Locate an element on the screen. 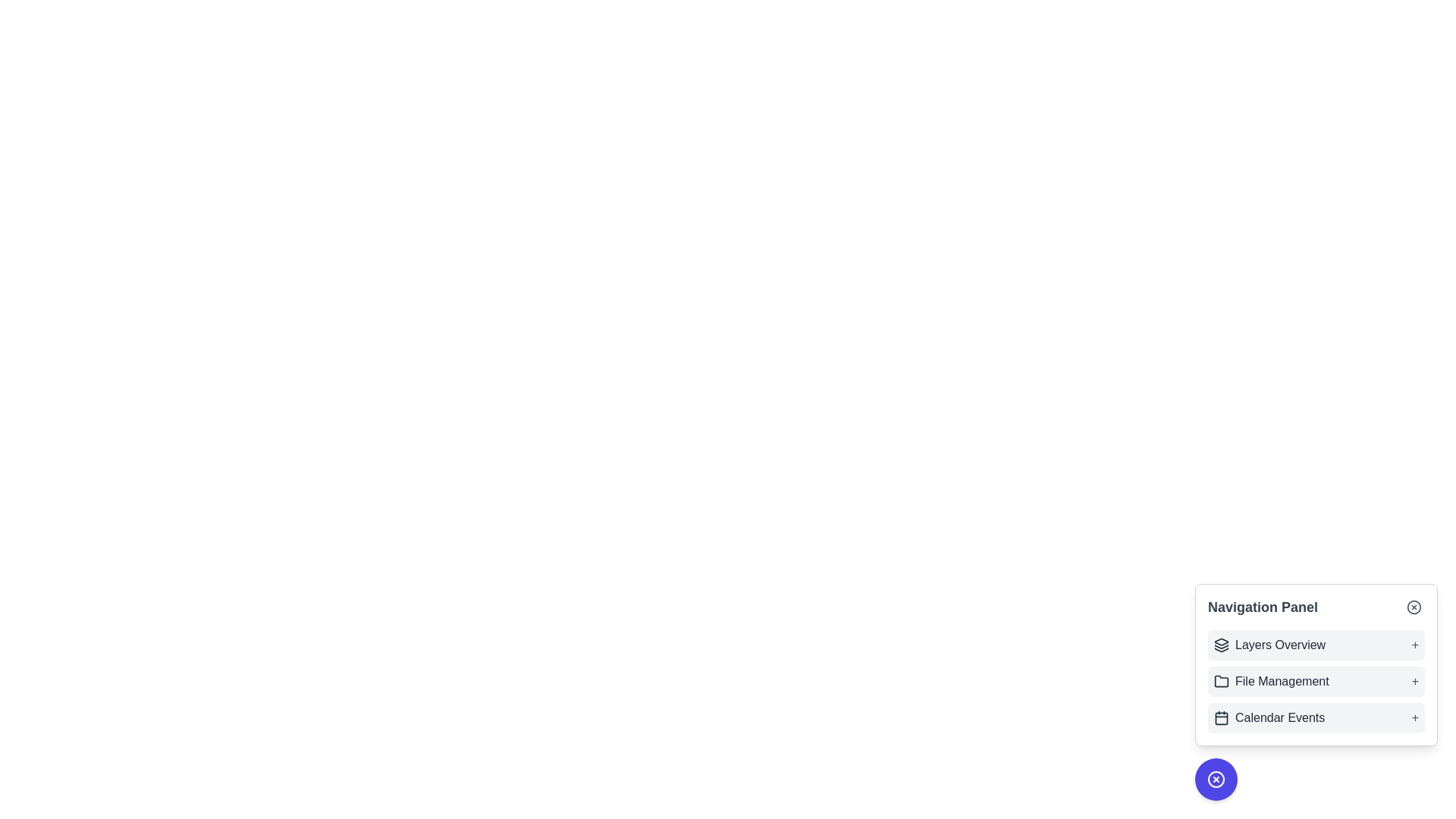  the icon depicting a layered structure with a gray outline, located to the left of 'Layers Overview' in the navigation menu is located at coordinates (1222, 645).